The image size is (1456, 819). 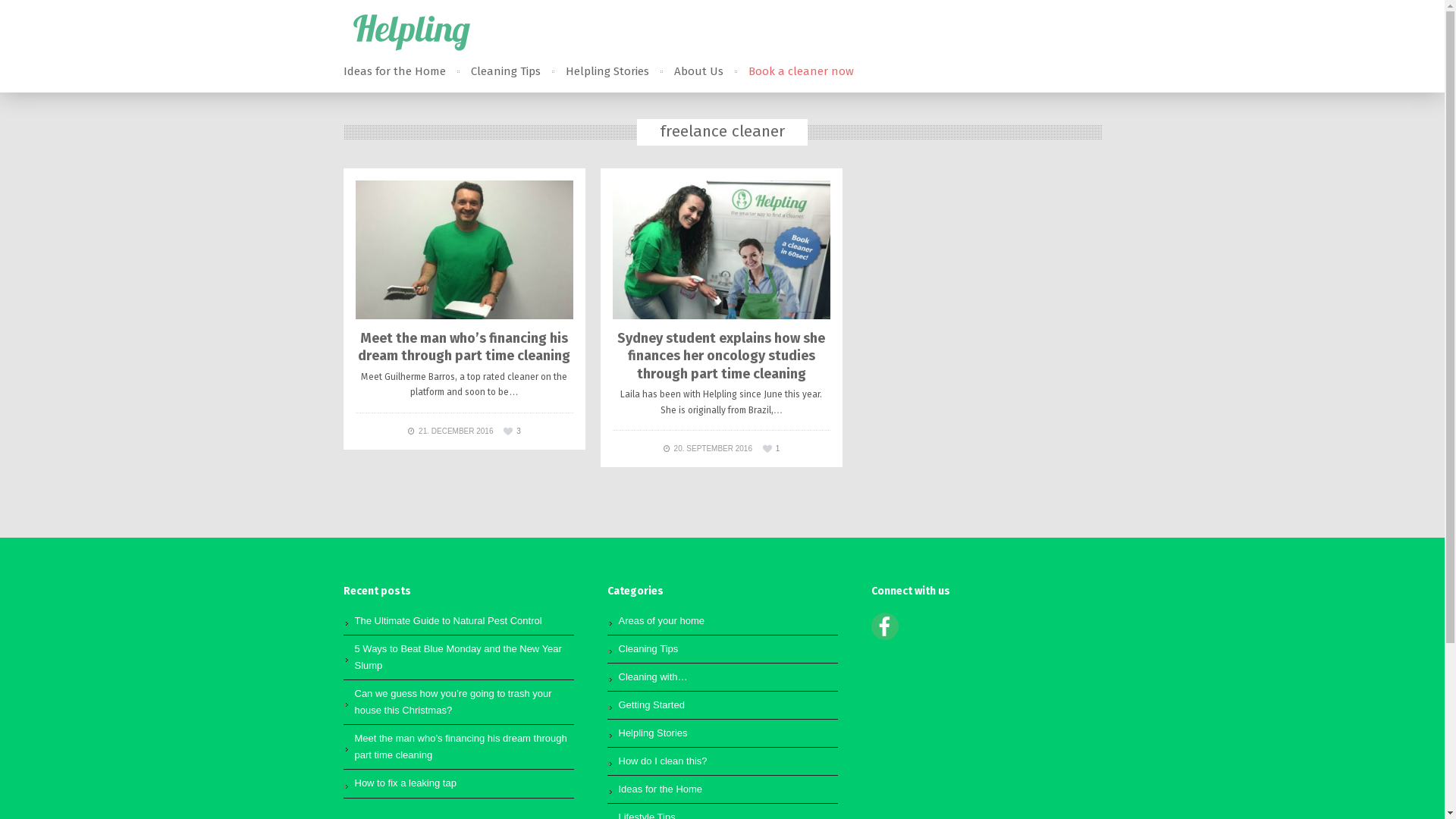 I want to click on 'Book a cleaner now', so click(x=747, y=71).